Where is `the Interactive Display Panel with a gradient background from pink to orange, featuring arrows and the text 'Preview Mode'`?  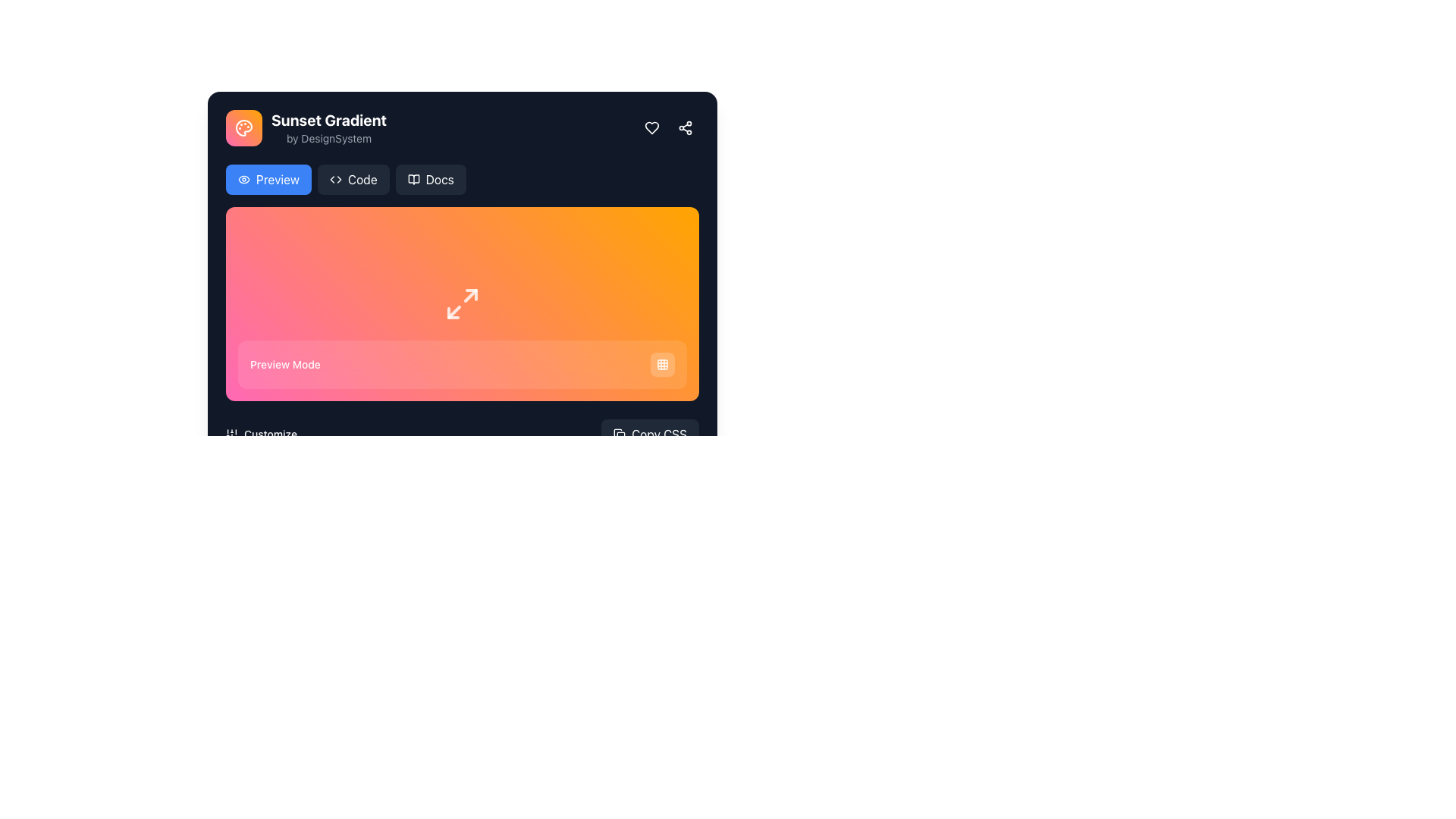
the Interactive Display Panel with a gradient background from pink to orange, featuring arrows and the text 'Preview Mode' is located at coordinates (461, 283).